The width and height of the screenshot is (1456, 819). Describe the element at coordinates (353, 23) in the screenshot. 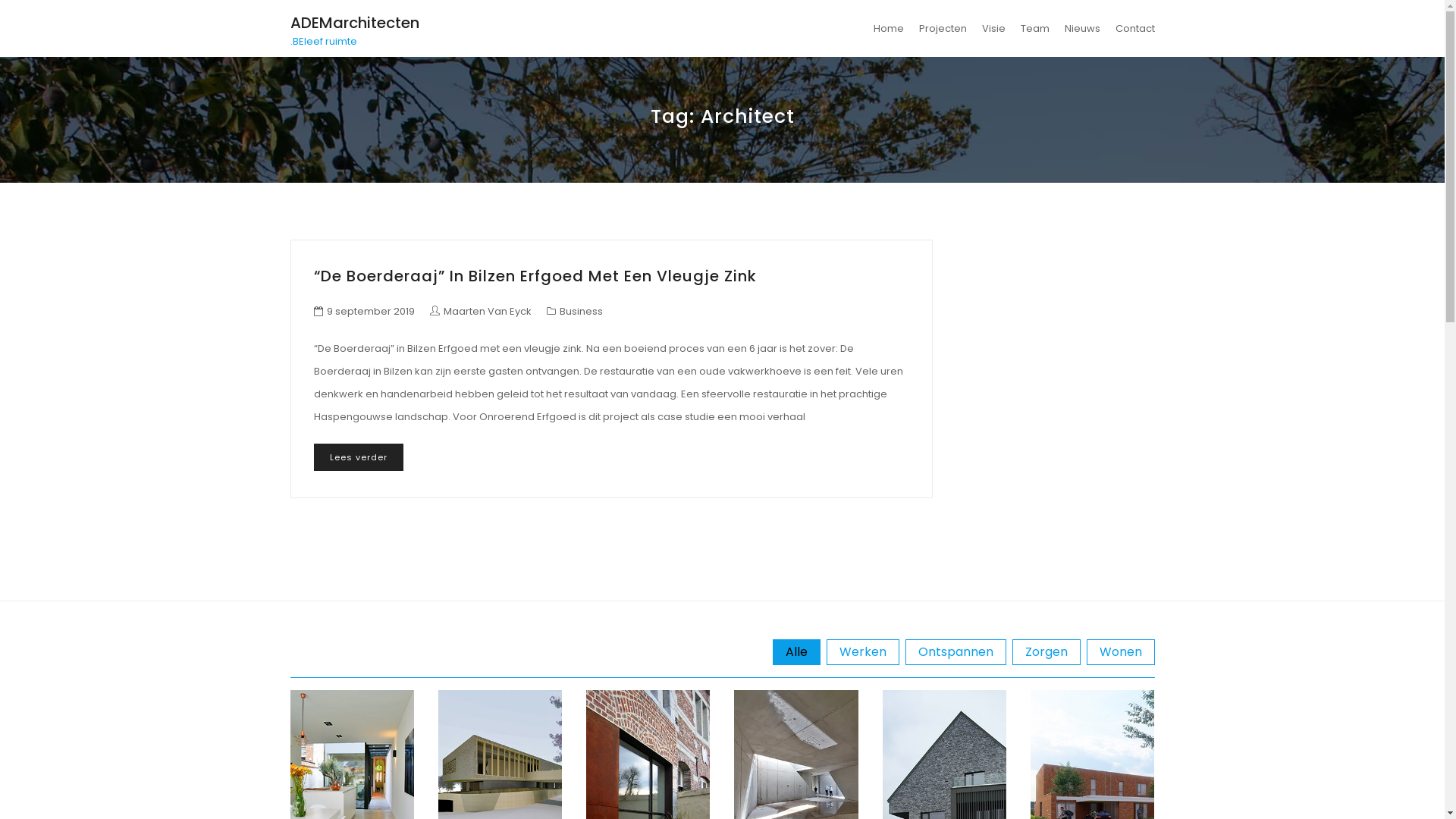

I see `'ADEMarchitecten'` at that location.